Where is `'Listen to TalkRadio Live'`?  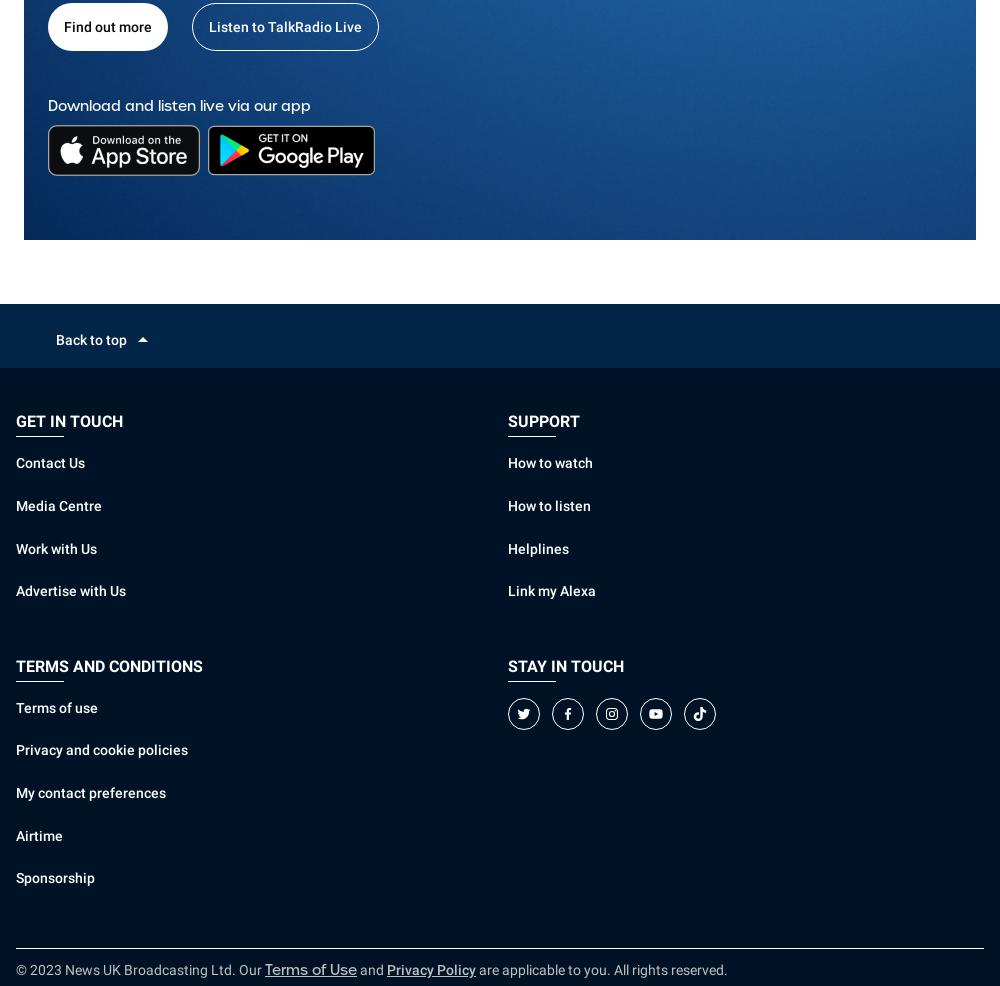
'Listen to TalkRadio Live' is located at coordinates (285, 25).